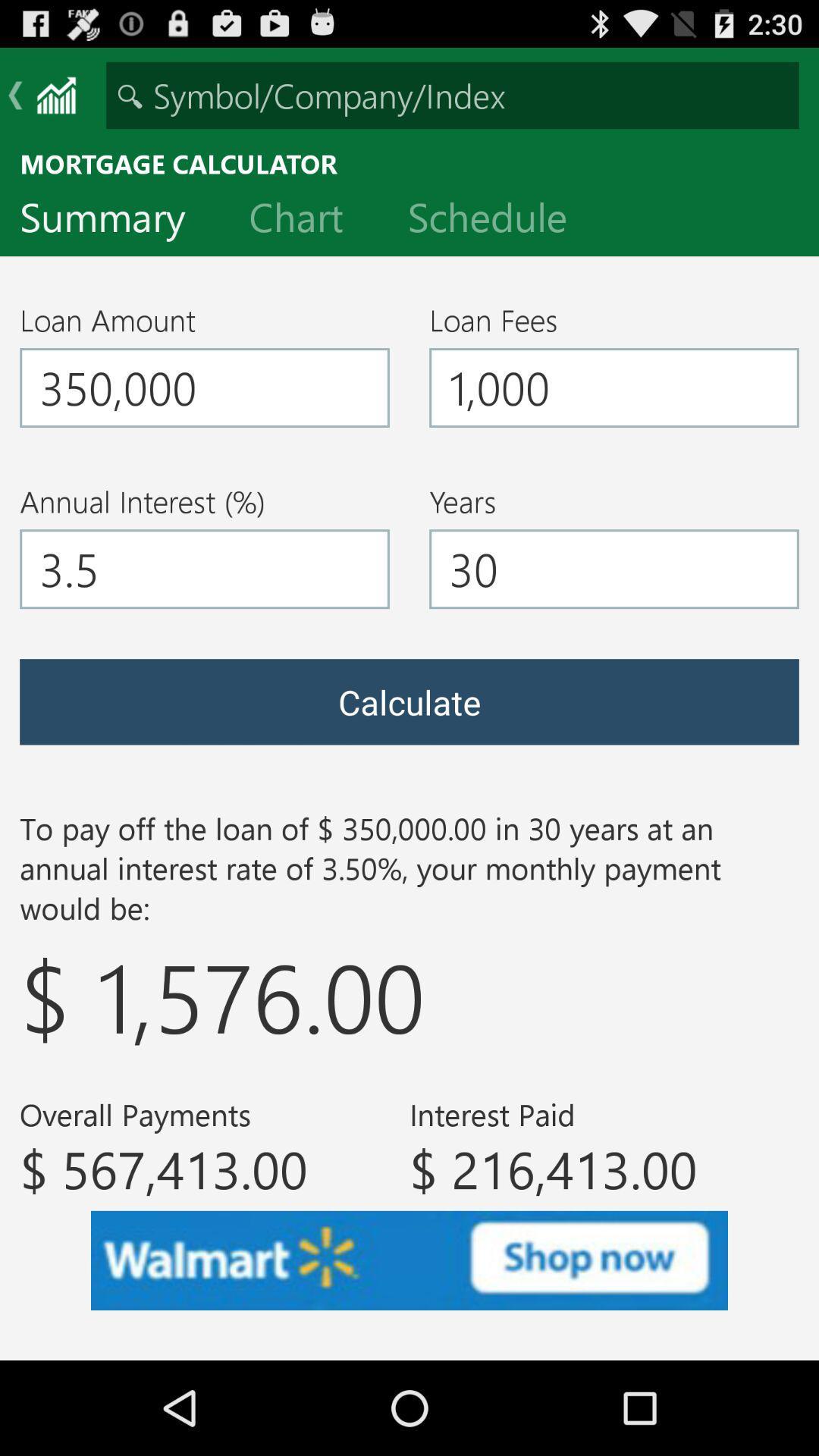 The width and height of the screenshot is (819, 1456). Describe the element at coordinates (307, 220) in the screenshot. I see `the item below the mortgage calculator` at that location.